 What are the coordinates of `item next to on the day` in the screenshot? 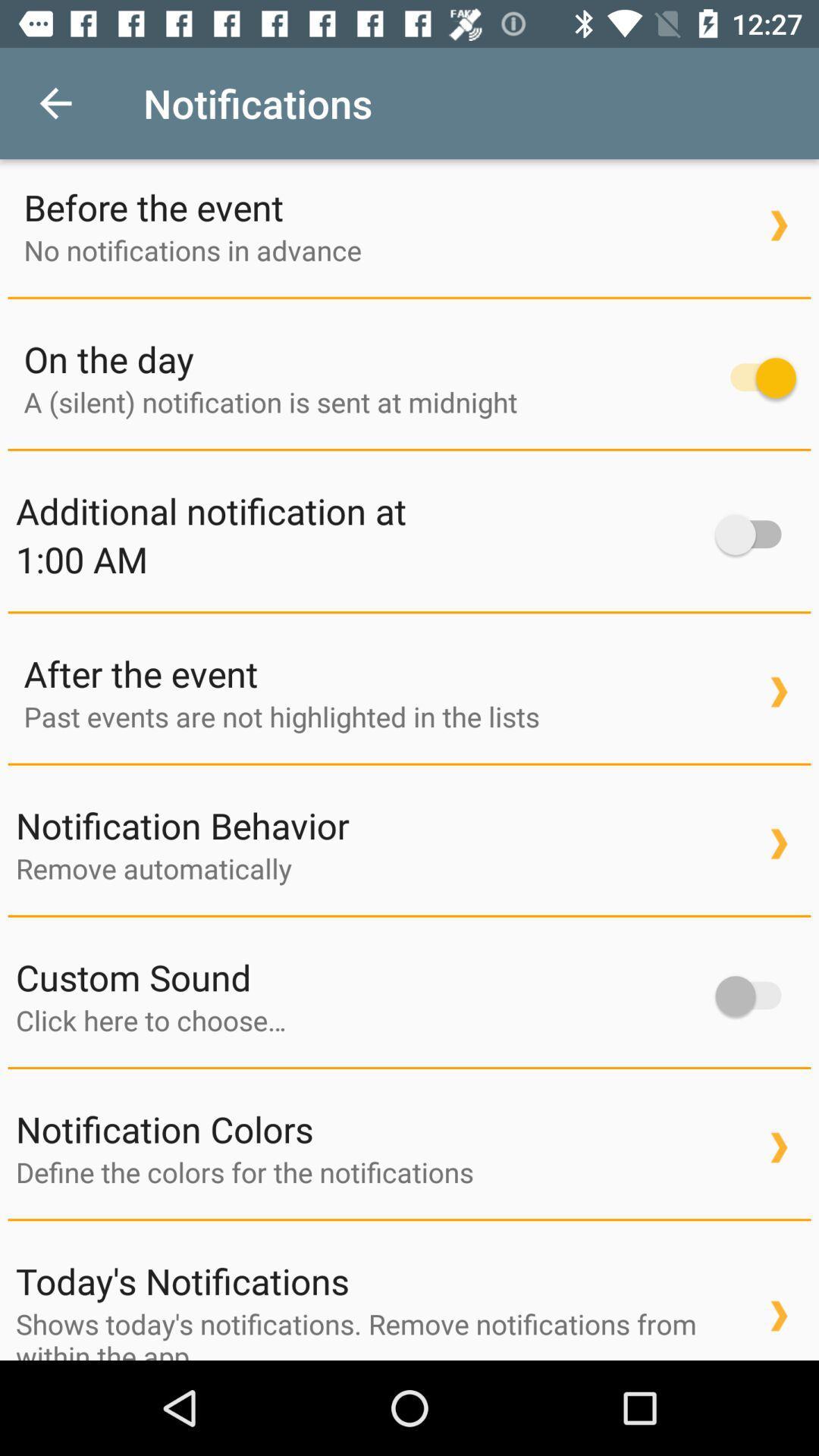 It's located at (755, 378).